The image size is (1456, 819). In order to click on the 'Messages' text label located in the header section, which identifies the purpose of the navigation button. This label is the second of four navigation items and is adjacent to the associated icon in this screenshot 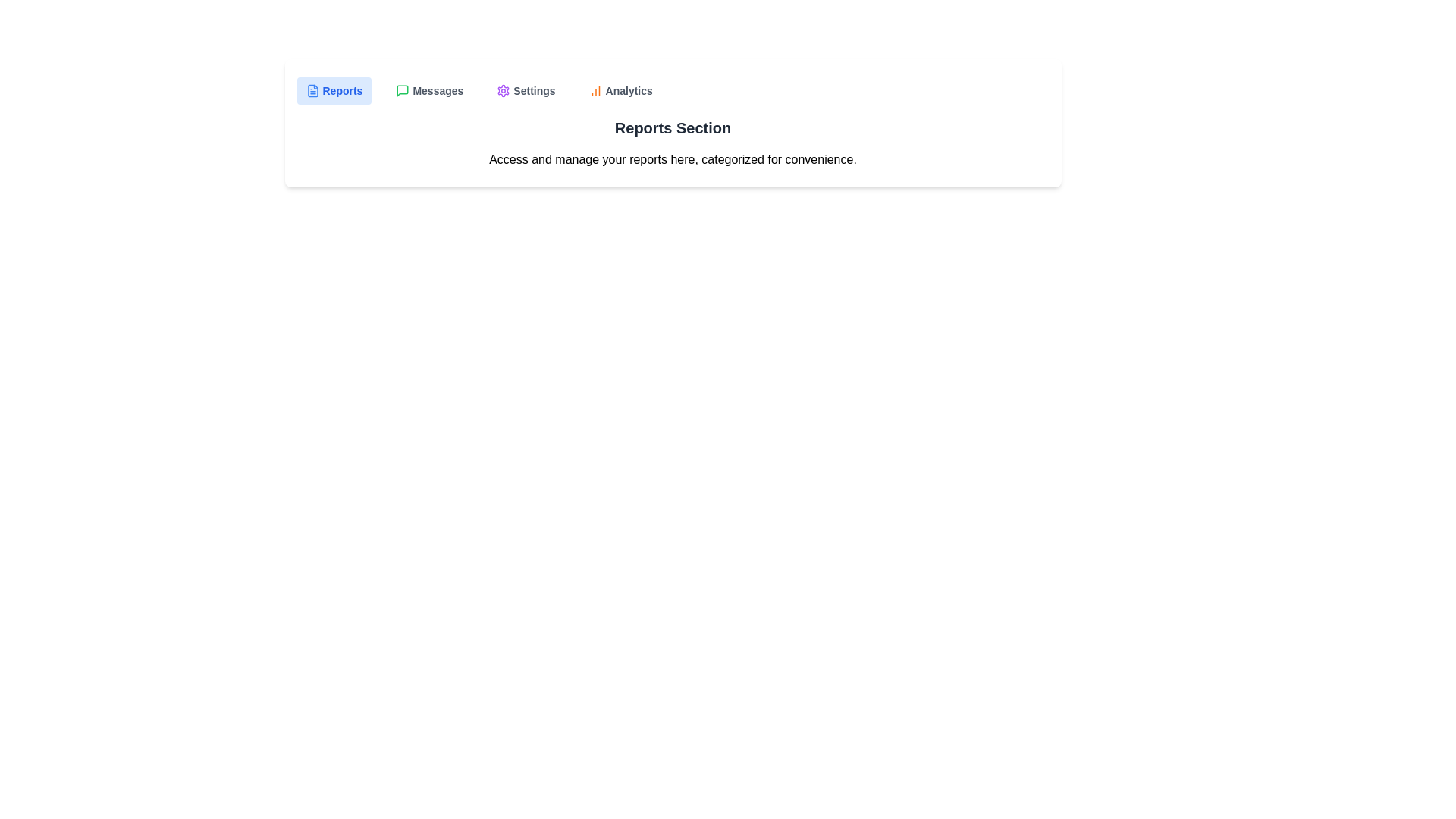, I will do `click(437, 90)`.